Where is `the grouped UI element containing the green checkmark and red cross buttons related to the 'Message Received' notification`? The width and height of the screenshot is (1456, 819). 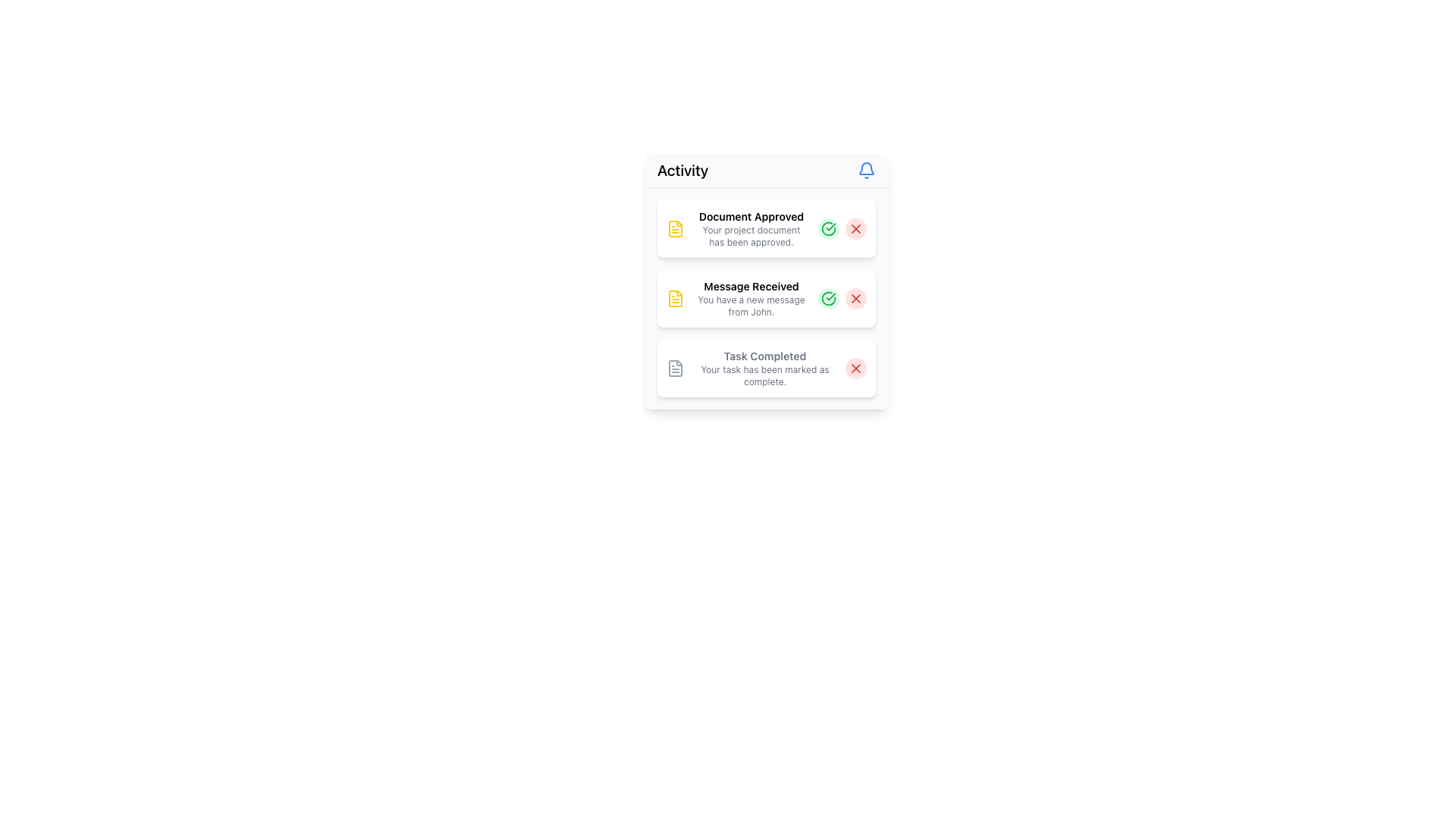
the grouped UI element containing the green checkmark and red cross buttons related to the 'Message Received' notification is located at coordinates (841, 298).